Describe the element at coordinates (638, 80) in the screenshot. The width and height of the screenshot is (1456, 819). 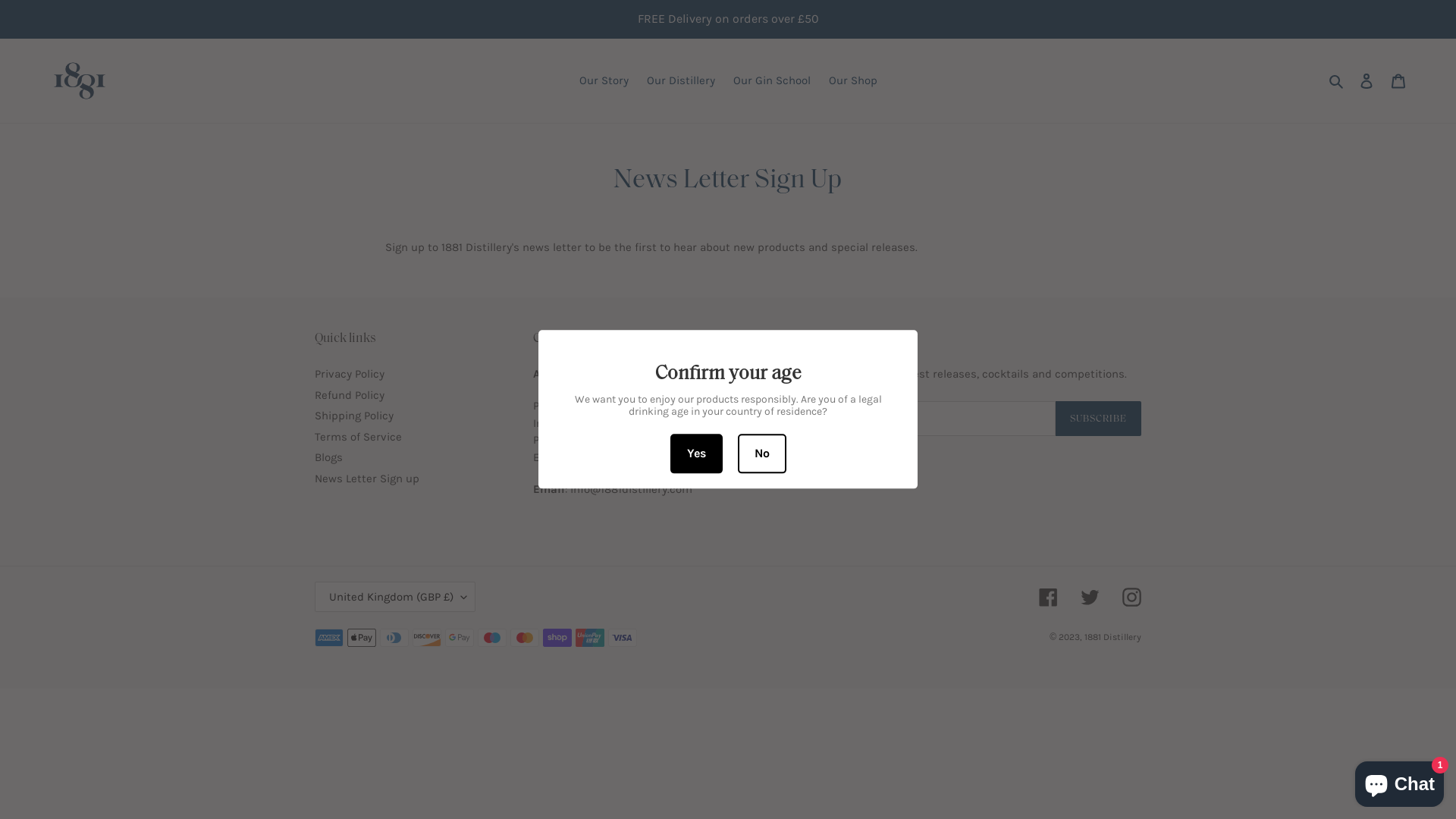
I see `'Our Distillery'` at that location.